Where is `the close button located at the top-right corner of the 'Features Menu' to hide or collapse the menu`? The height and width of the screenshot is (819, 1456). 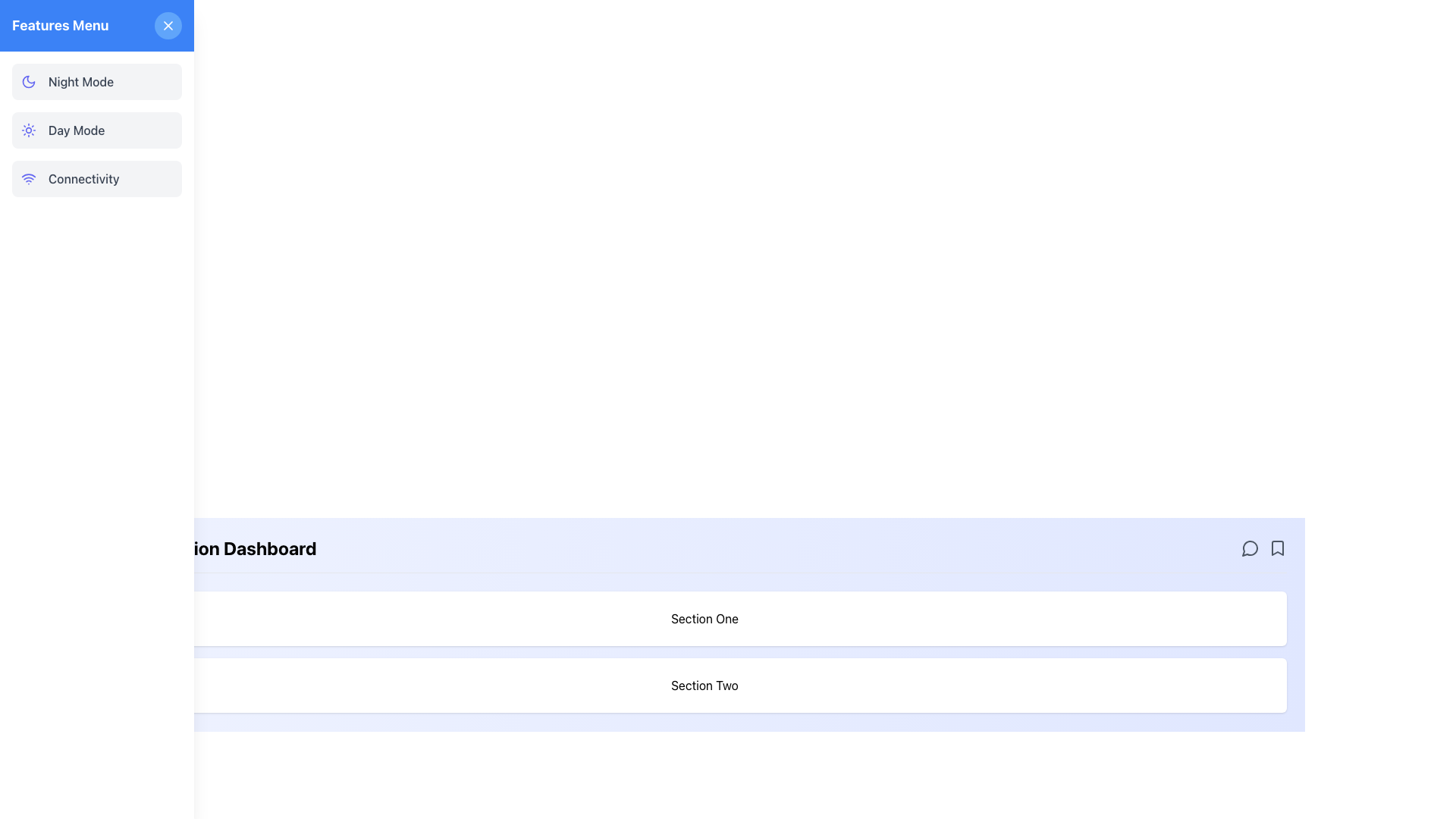
the close button located at the top-right corner of the 'Features Menu' to hide or collapse the menu is located at coordinates (168, 26).